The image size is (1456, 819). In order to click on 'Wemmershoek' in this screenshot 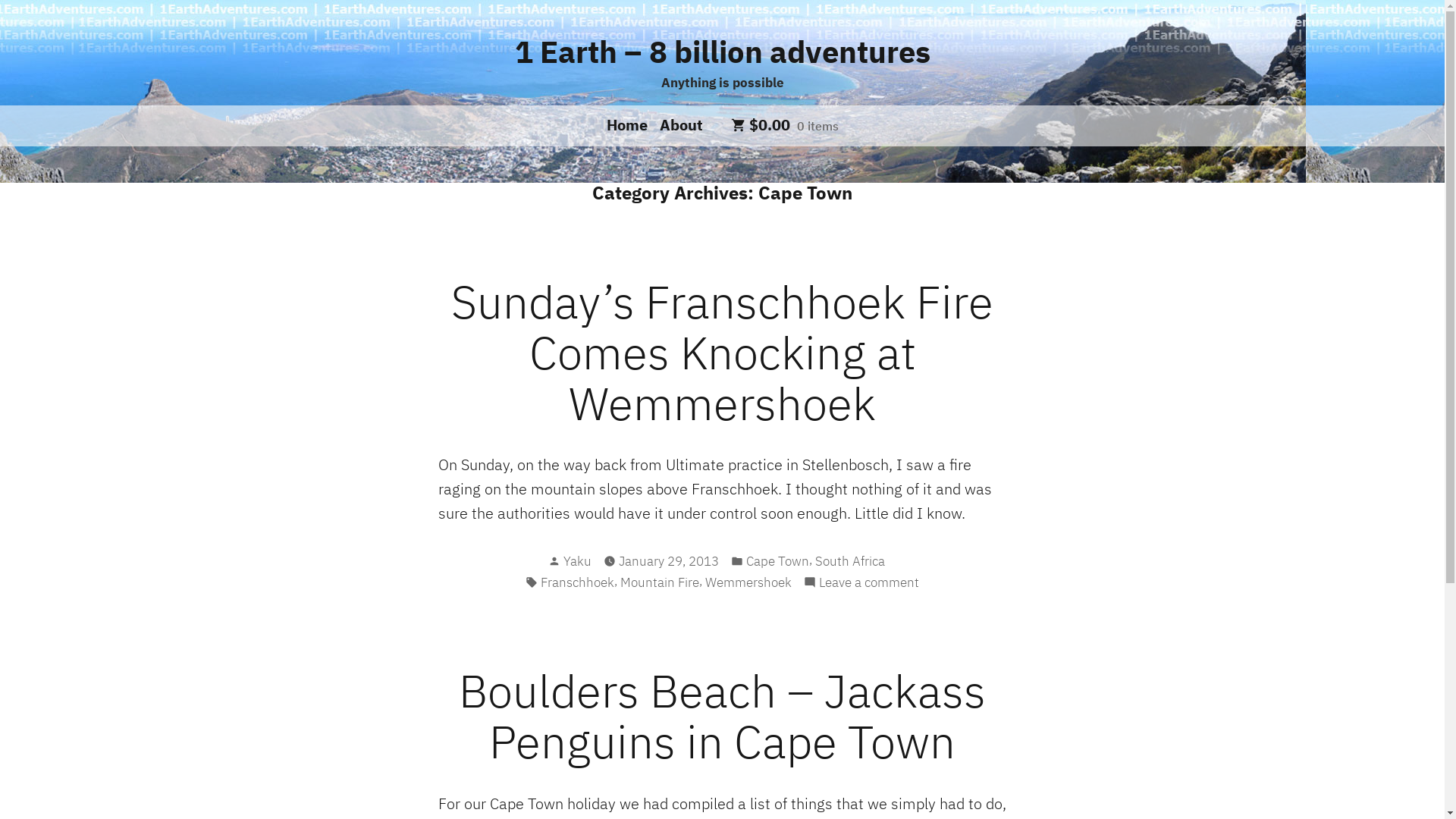, I will do `click(704, 582)`.